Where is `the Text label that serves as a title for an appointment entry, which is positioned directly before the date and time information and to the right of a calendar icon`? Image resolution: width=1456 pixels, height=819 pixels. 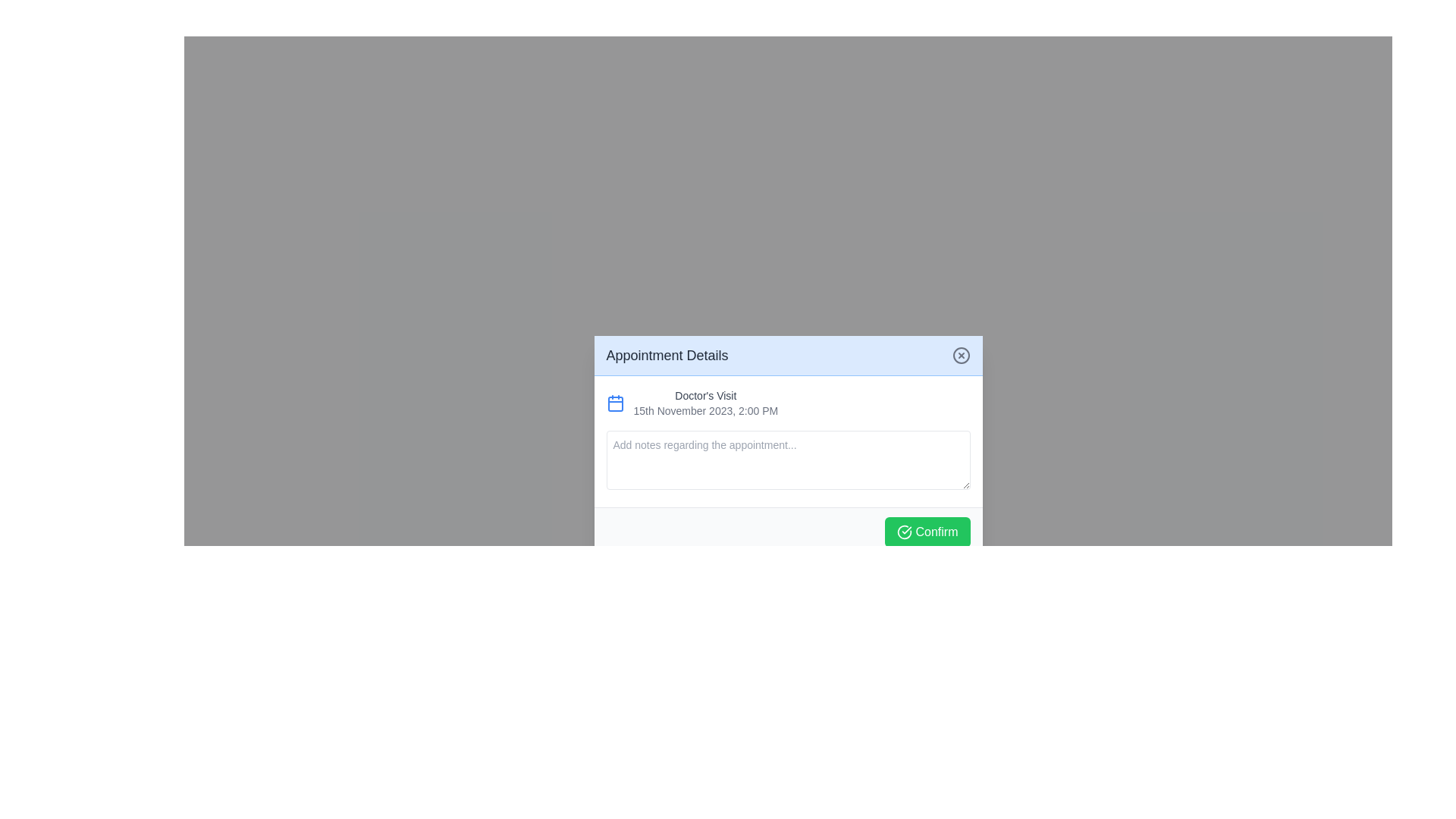 the Text label that serves as a title for an appointment entry, which is positioned directly before the date and time information and to the right of a calendar icon is located at coordinates (704, 394).